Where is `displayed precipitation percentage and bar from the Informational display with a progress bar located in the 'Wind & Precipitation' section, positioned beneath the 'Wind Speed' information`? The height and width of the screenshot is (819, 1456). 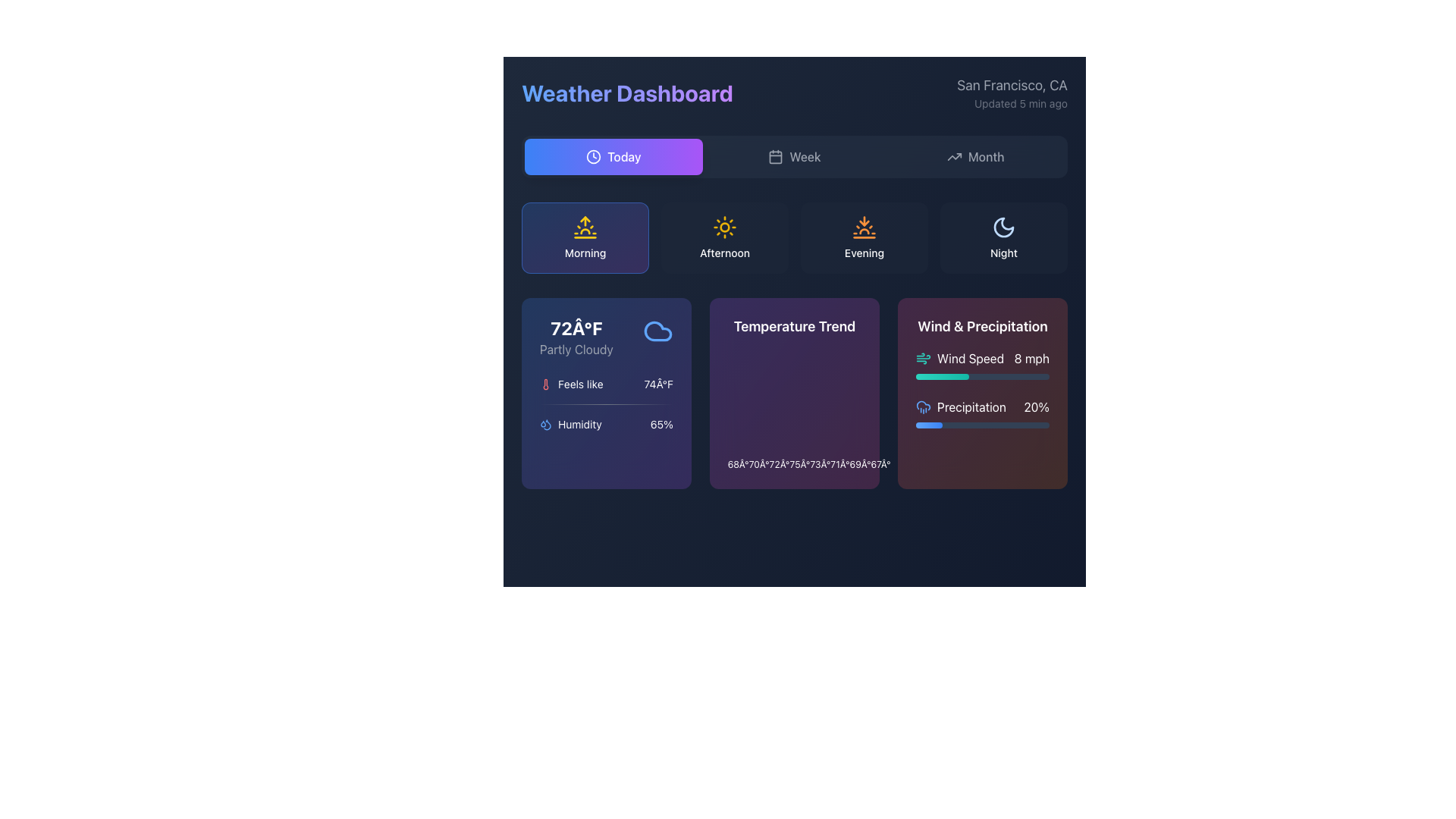
displayed precipitation percentage and bar from the Informational display with a progress bar located in the 'Wind & Precipitation' section, positioned beneath the 'Wind Speed' information is located at coordinates (983, 413).